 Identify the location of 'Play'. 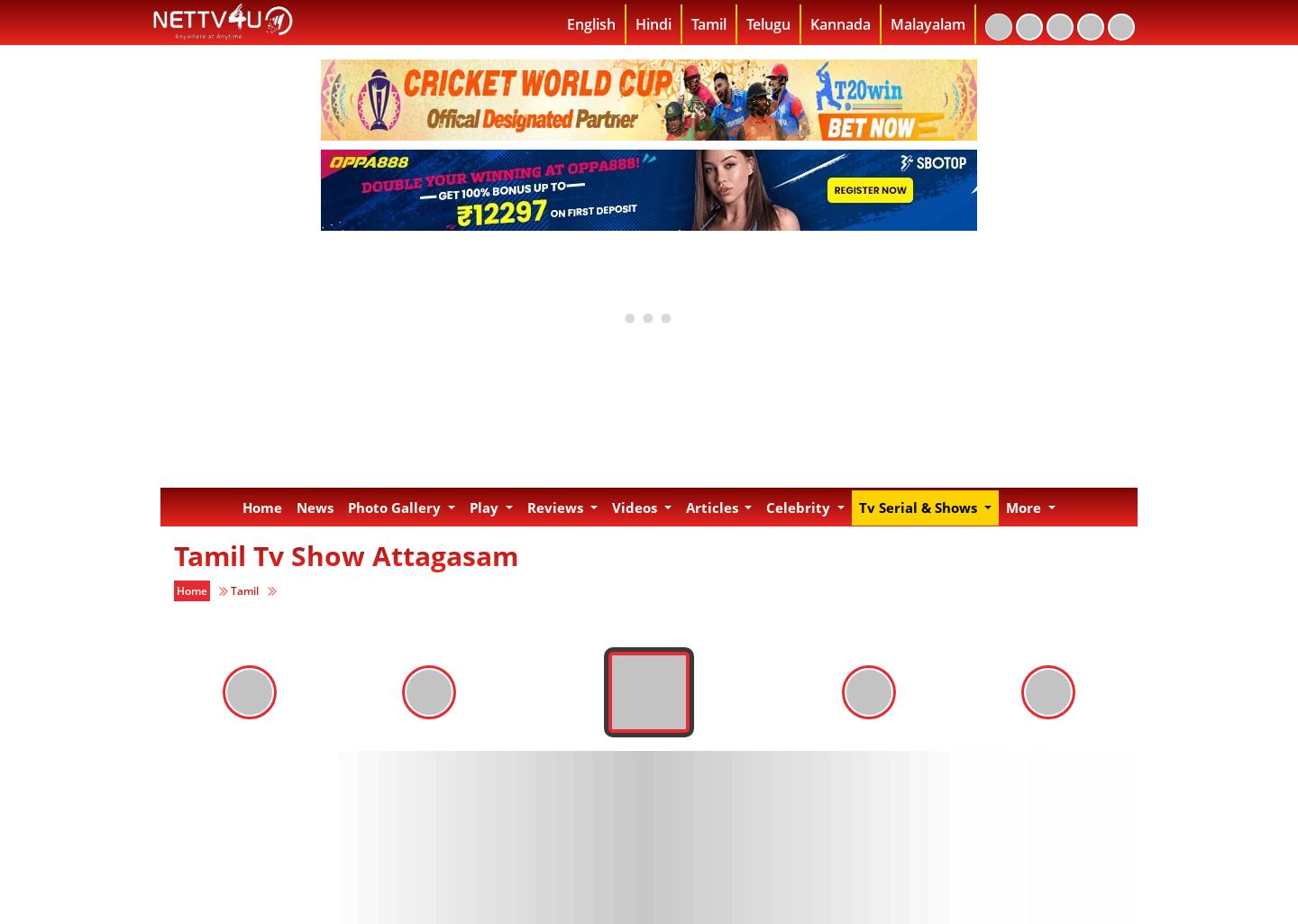
(484, 508).